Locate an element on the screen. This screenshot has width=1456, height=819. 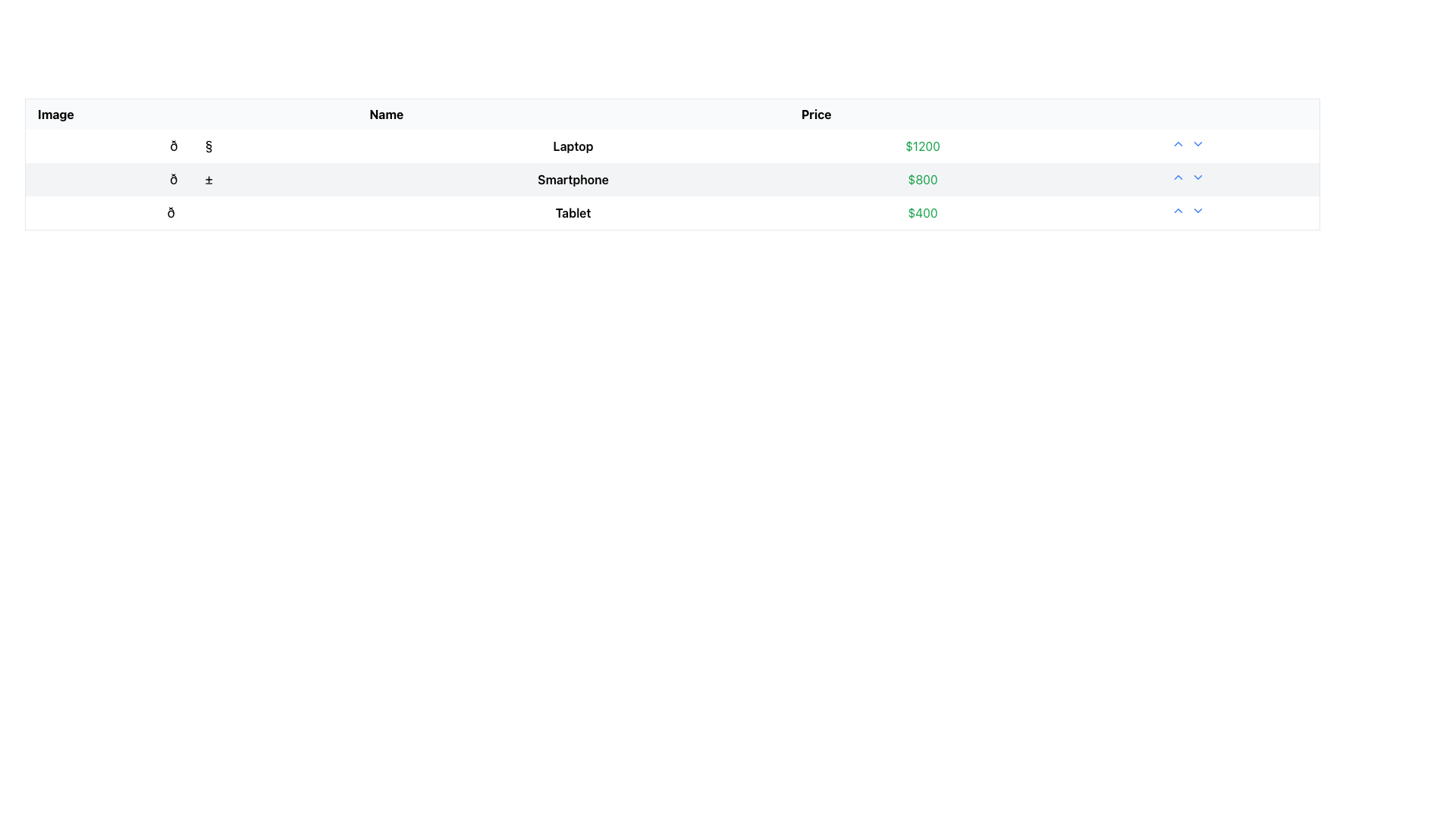
text label identifying the item located in the second column of the first row of the table, positioned between an icon and a price is located at coordinates (573, 146).